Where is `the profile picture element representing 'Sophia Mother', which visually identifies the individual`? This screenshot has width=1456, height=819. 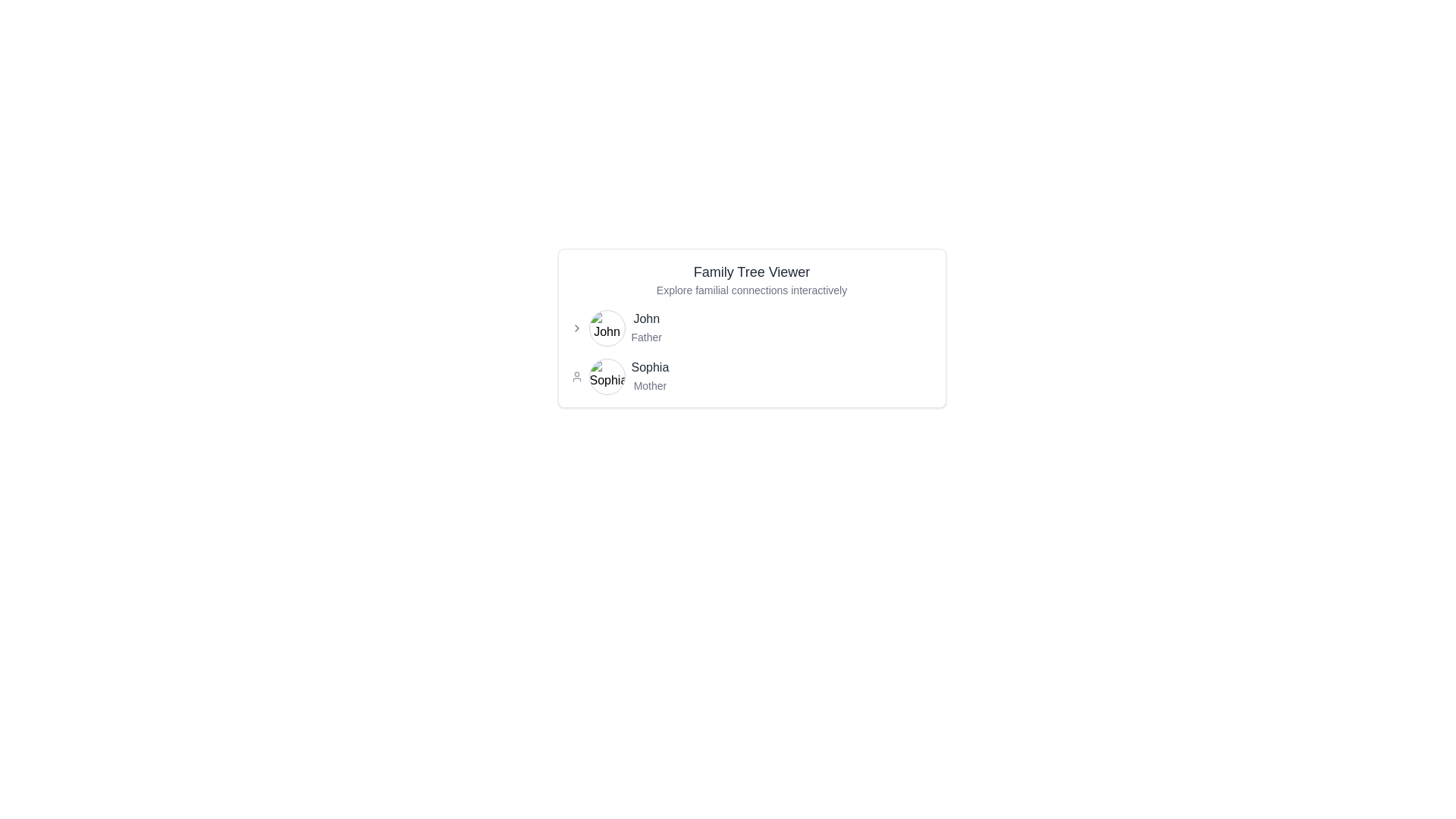 the profile picture element representing 'Sophia Mother', which visually identifies the individual is located at coordinates (607, 376).